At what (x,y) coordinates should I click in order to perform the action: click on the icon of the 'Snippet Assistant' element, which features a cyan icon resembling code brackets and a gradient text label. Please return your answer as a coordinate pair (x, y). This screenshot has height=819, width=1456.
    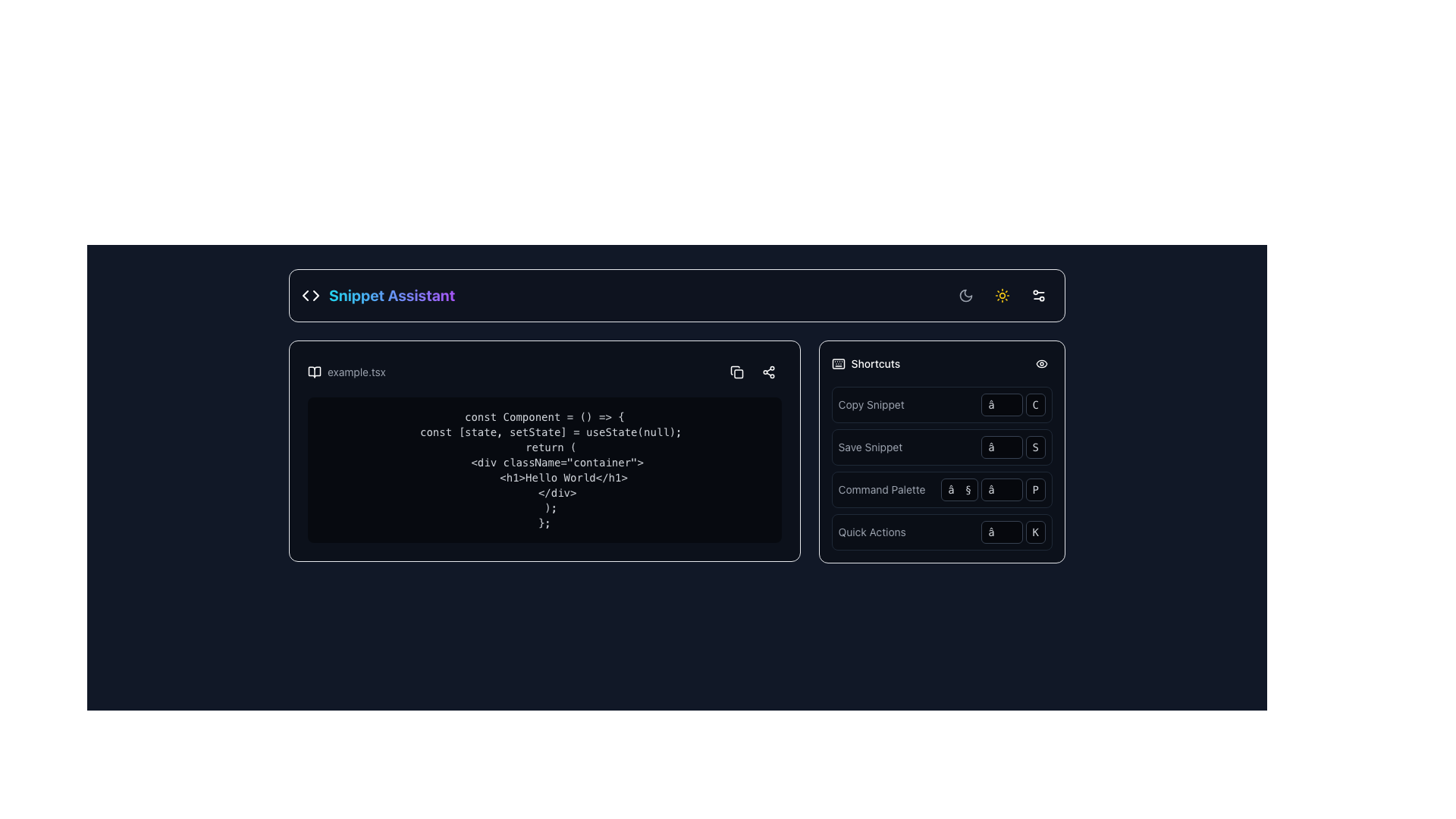
    Looking at the image, I should click on (378, 295).